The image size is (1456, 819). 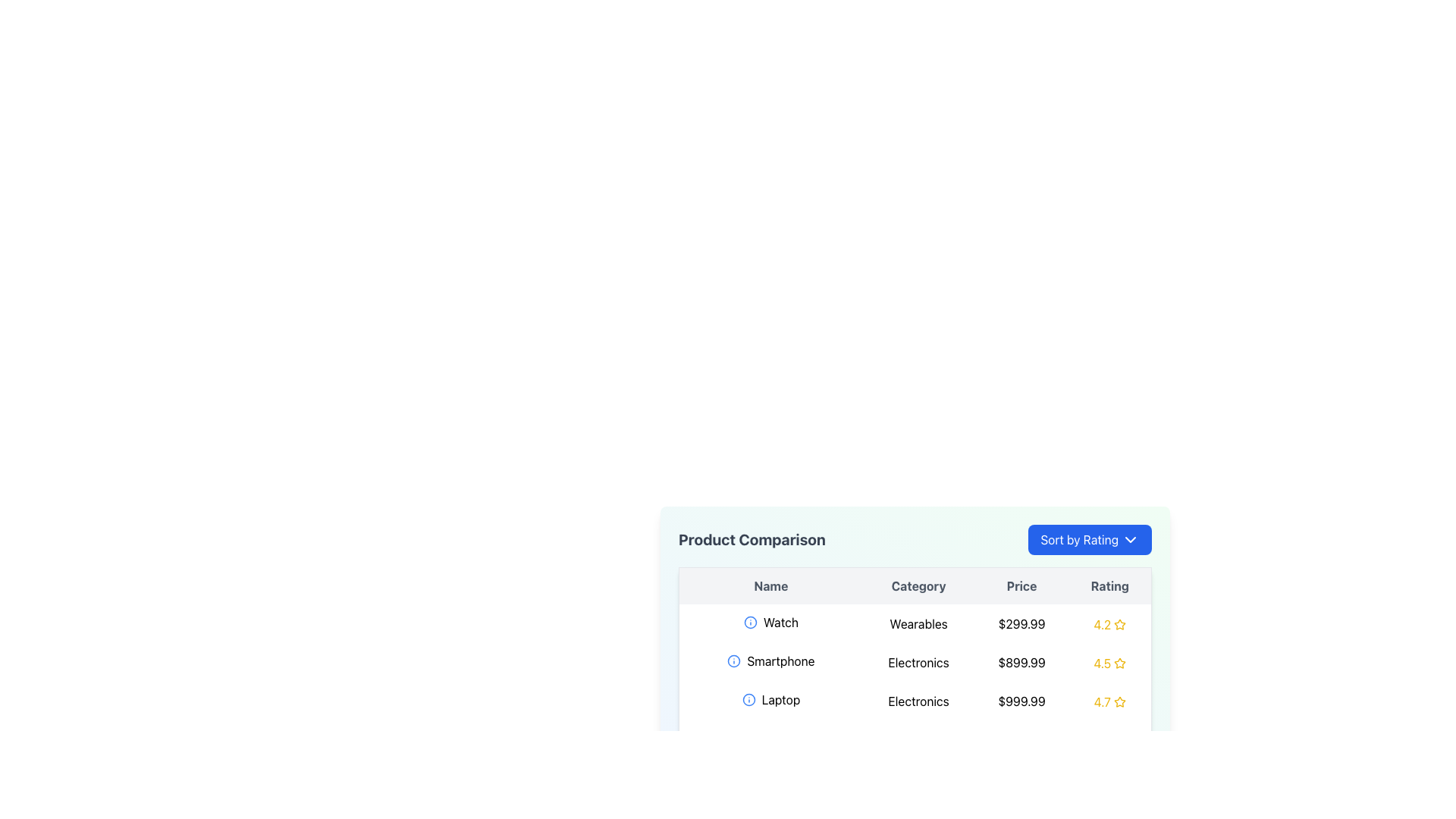 What do you see at coordinates (1021, 701) in the screenshot?
I see `price displayed in the text label showing '$999.99' located in the fourth column of the 'Laptop' row in the product comparison table` at bounding box center [1021, 701].